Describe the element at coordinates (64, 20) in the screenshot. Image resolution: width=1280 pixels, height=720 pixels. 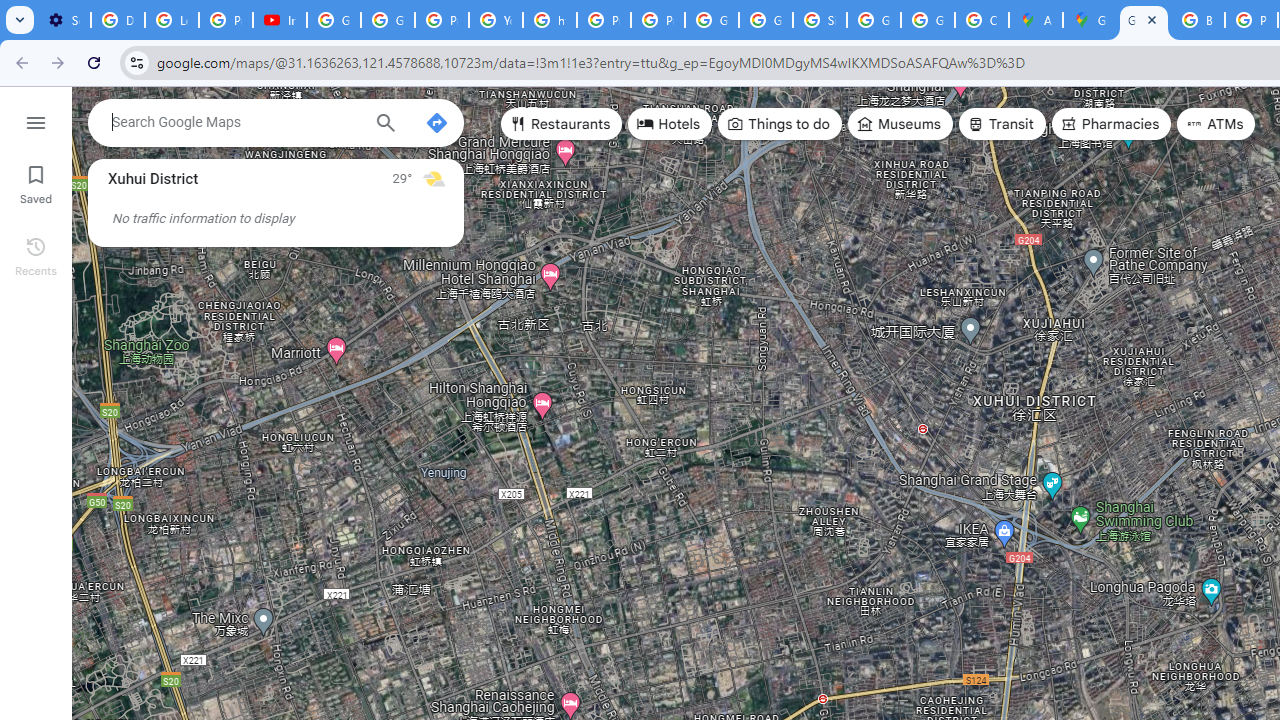
I see `'Settings - Customize profile'` at that location.